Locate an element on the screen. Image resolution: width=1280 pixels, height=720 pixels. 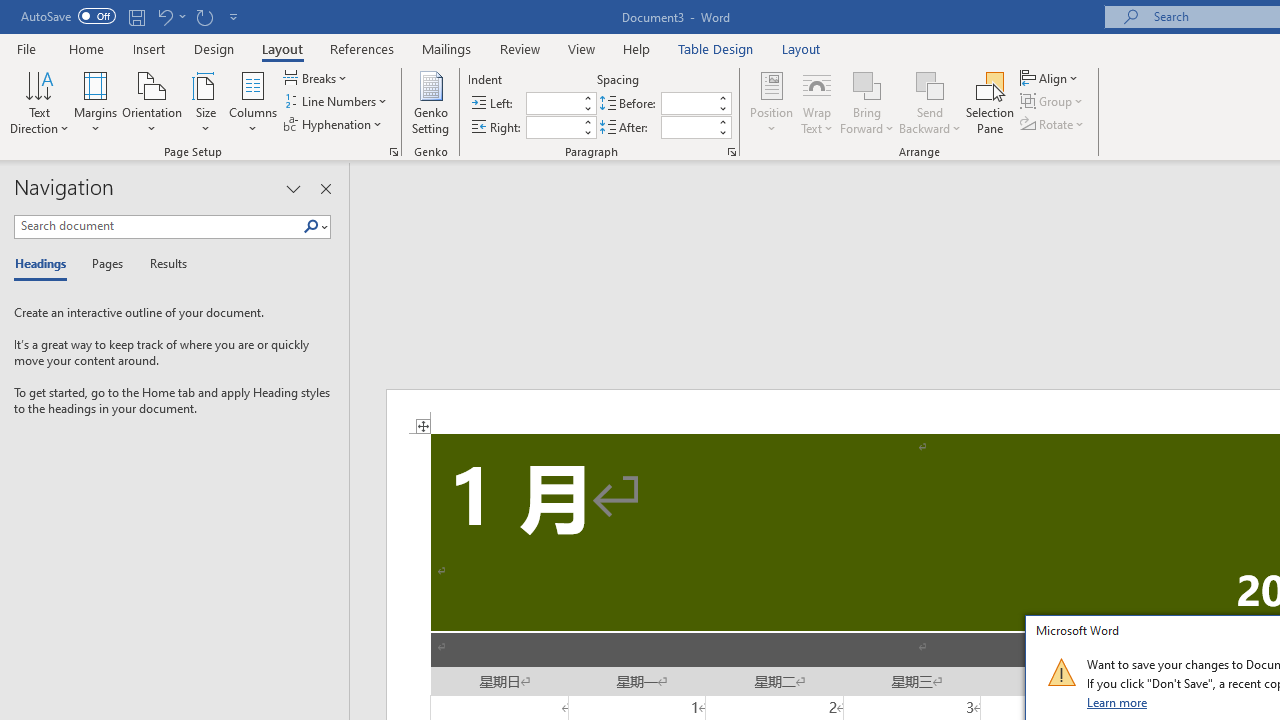
'Less' is located at coordinates (721, 132).